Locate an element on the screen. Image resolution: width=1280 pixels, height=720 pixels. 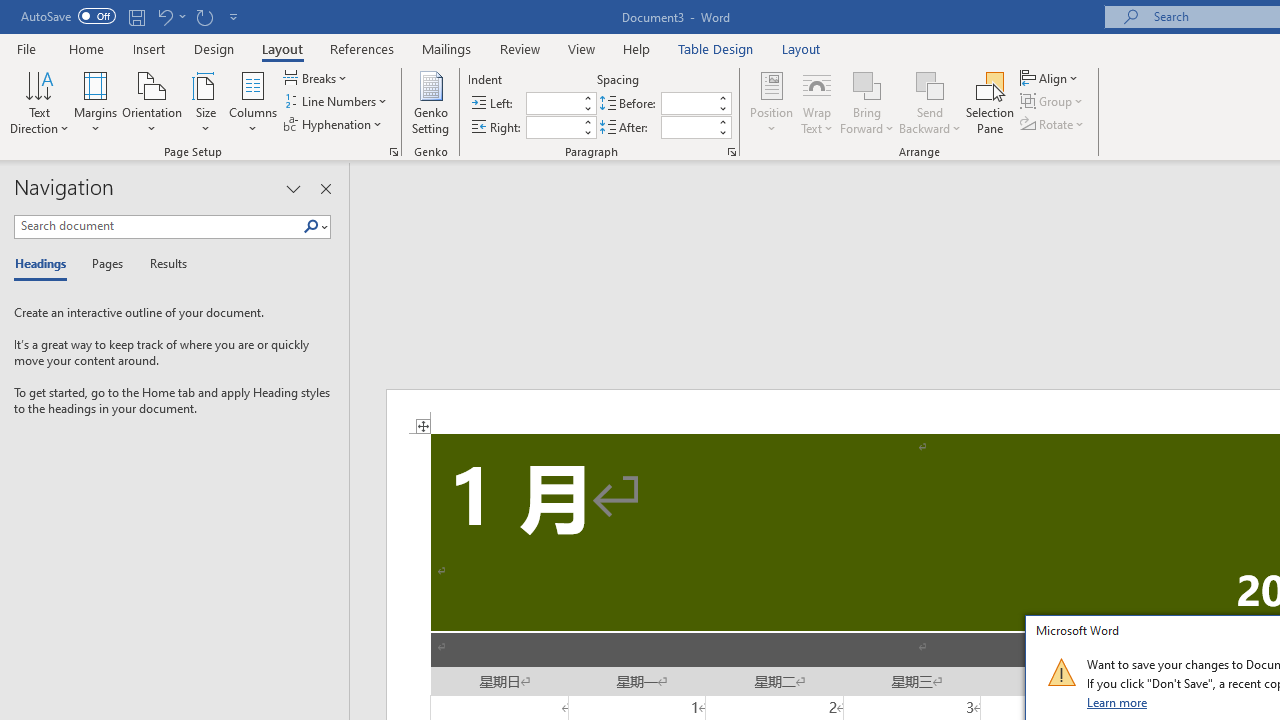
'Less' is located at coordinates (721, 132).